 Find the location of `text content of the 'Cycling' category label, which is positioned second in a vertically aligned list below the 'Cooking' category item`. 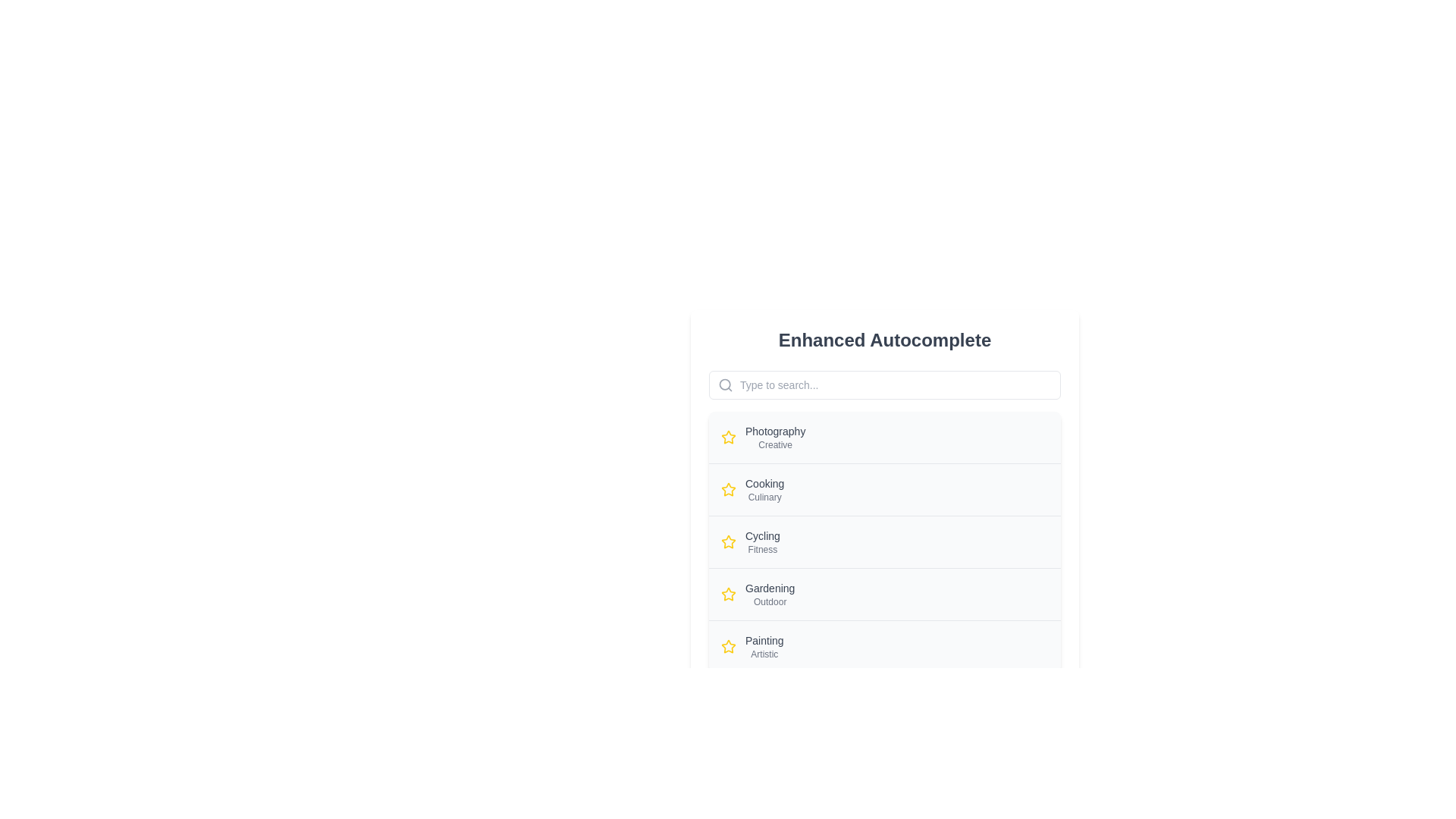

text content of the 'Cycling' category label, which is positioned second in a vertically aligned list below the 'Cooking' category item is located at coordinates (762, 535).